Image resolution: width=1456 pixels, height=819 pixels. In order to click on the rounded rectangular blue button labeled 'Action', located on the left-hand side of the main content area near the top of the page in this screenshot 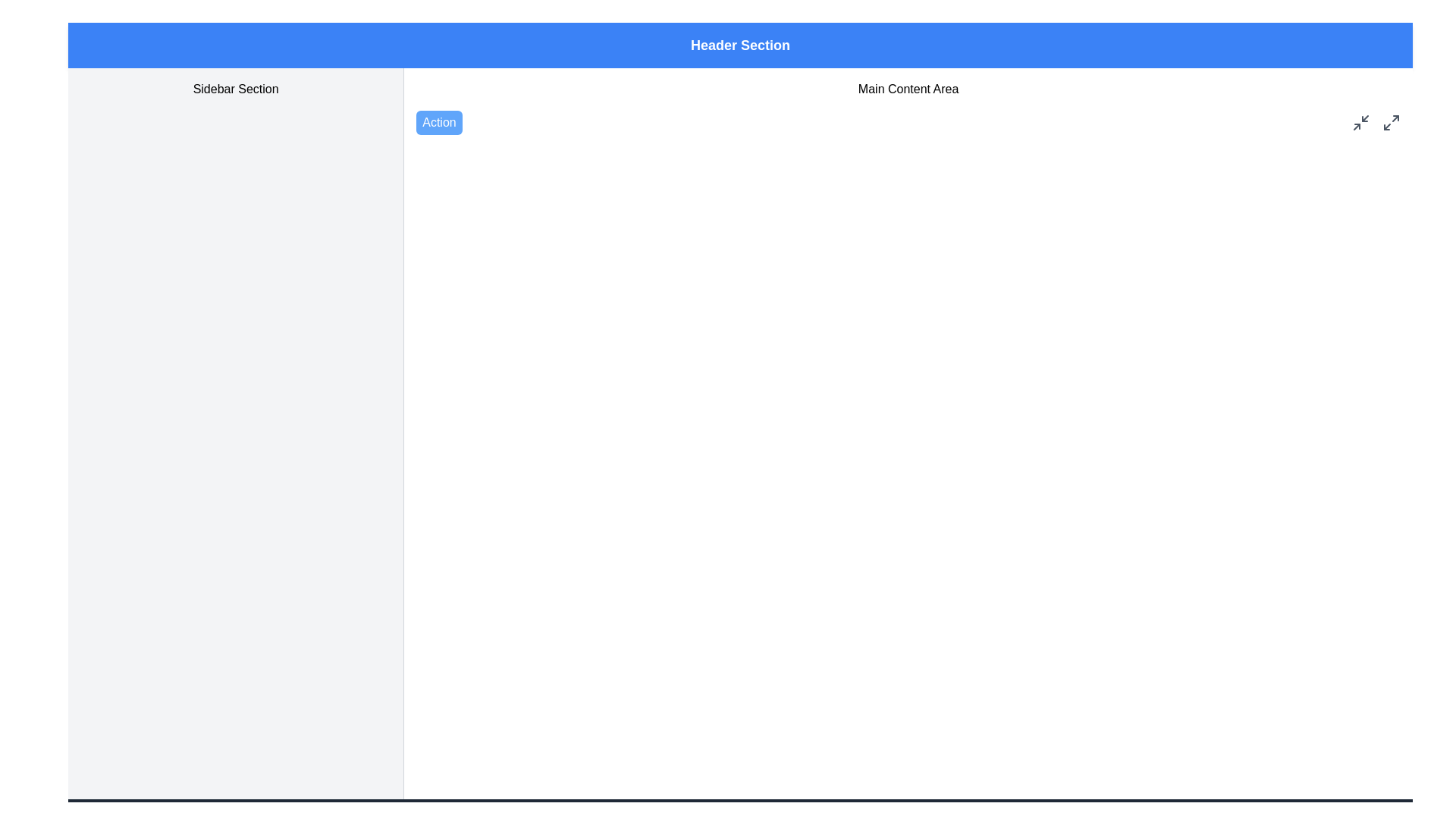, I will do `click(438, 122)`.